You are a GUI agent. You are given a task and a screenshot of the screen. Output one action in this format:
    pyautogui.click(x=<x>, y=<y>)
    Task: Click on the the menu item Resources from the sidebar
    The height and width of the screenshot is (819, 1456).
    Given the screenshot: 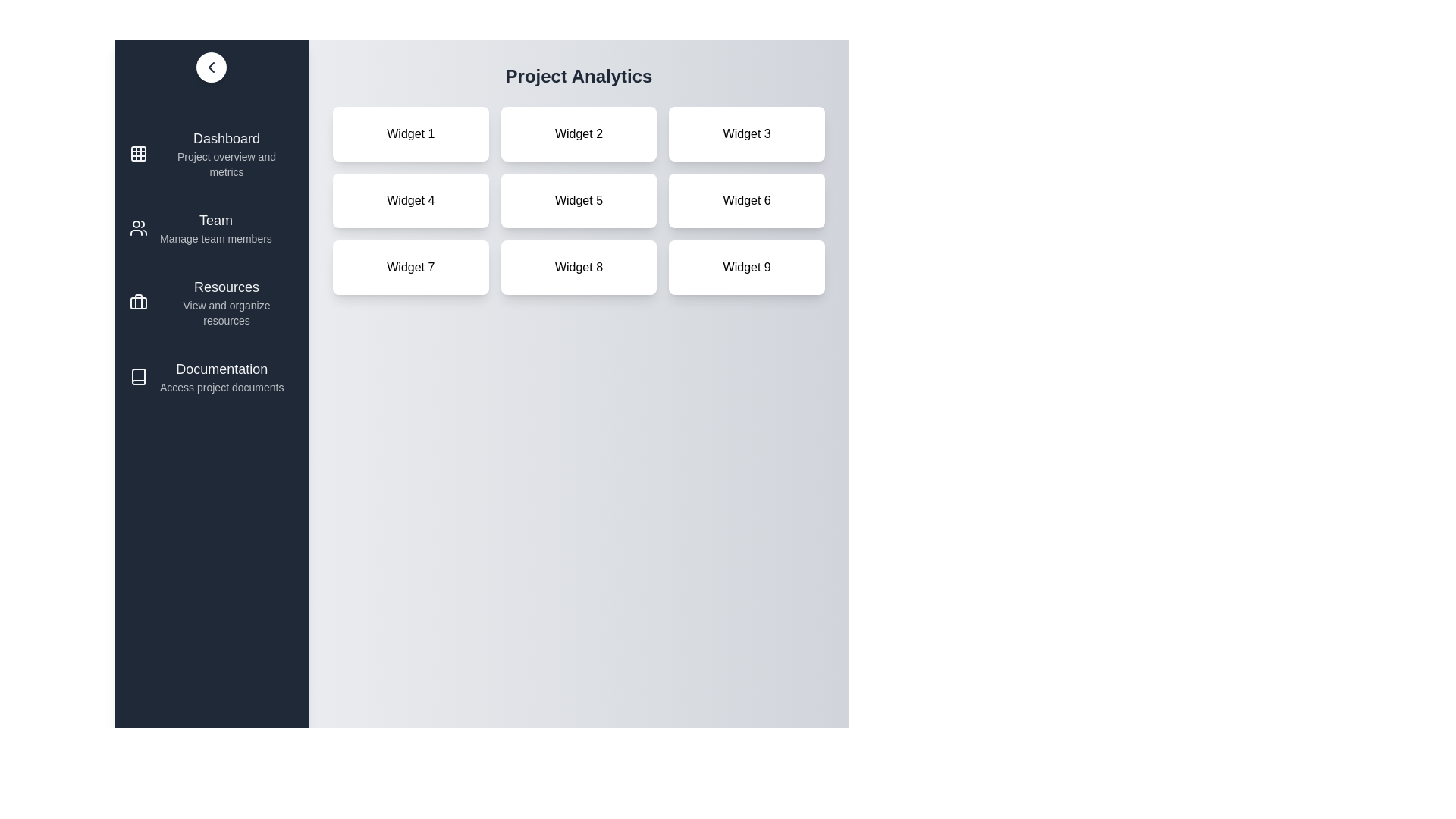 What is the action you would take?
    pyautogui.click(x=210, y=302)
    